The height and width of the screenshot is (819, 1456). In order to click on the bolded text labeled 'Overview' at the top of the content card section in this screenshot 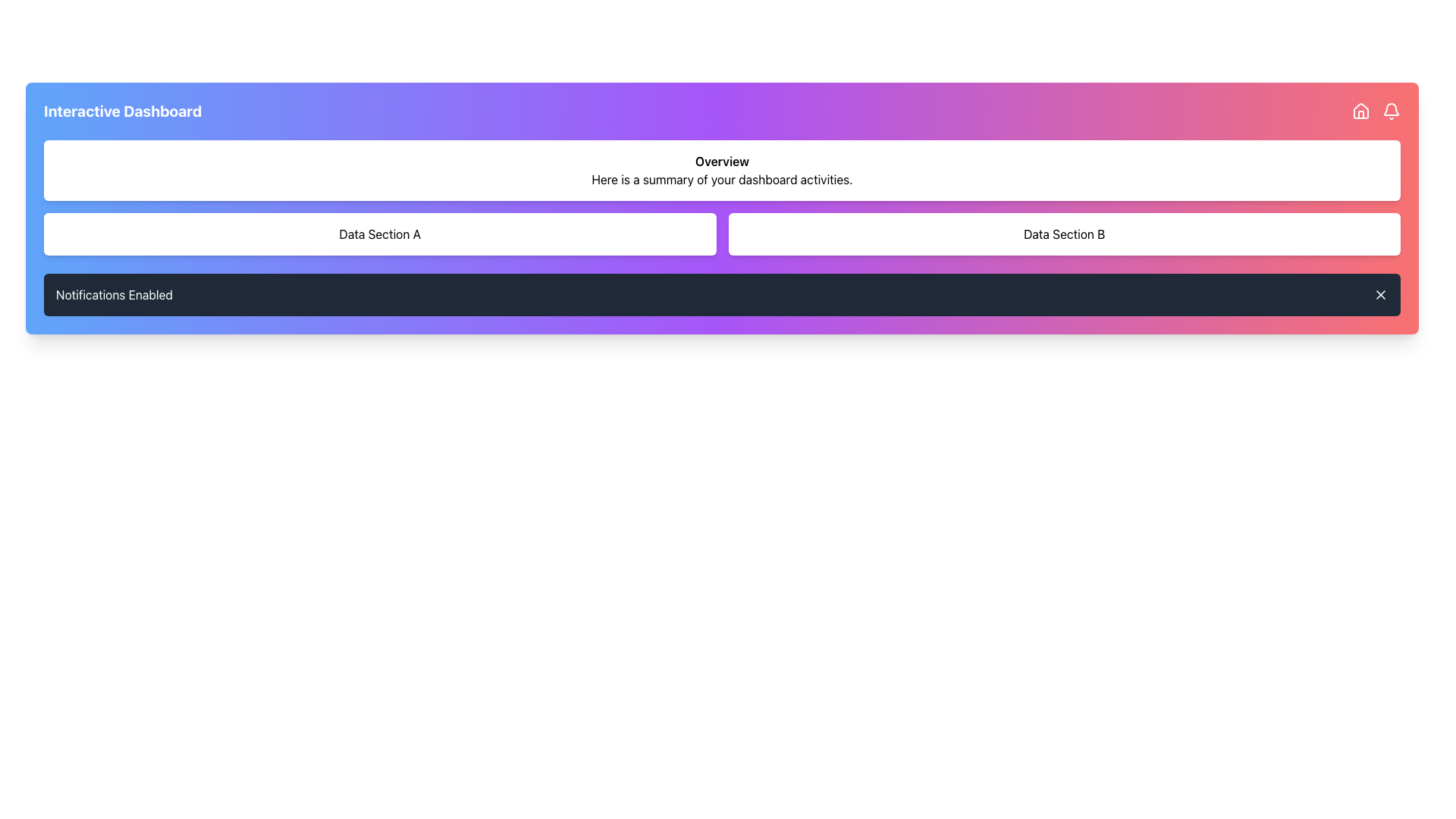, I will do `click(721, 161)`.